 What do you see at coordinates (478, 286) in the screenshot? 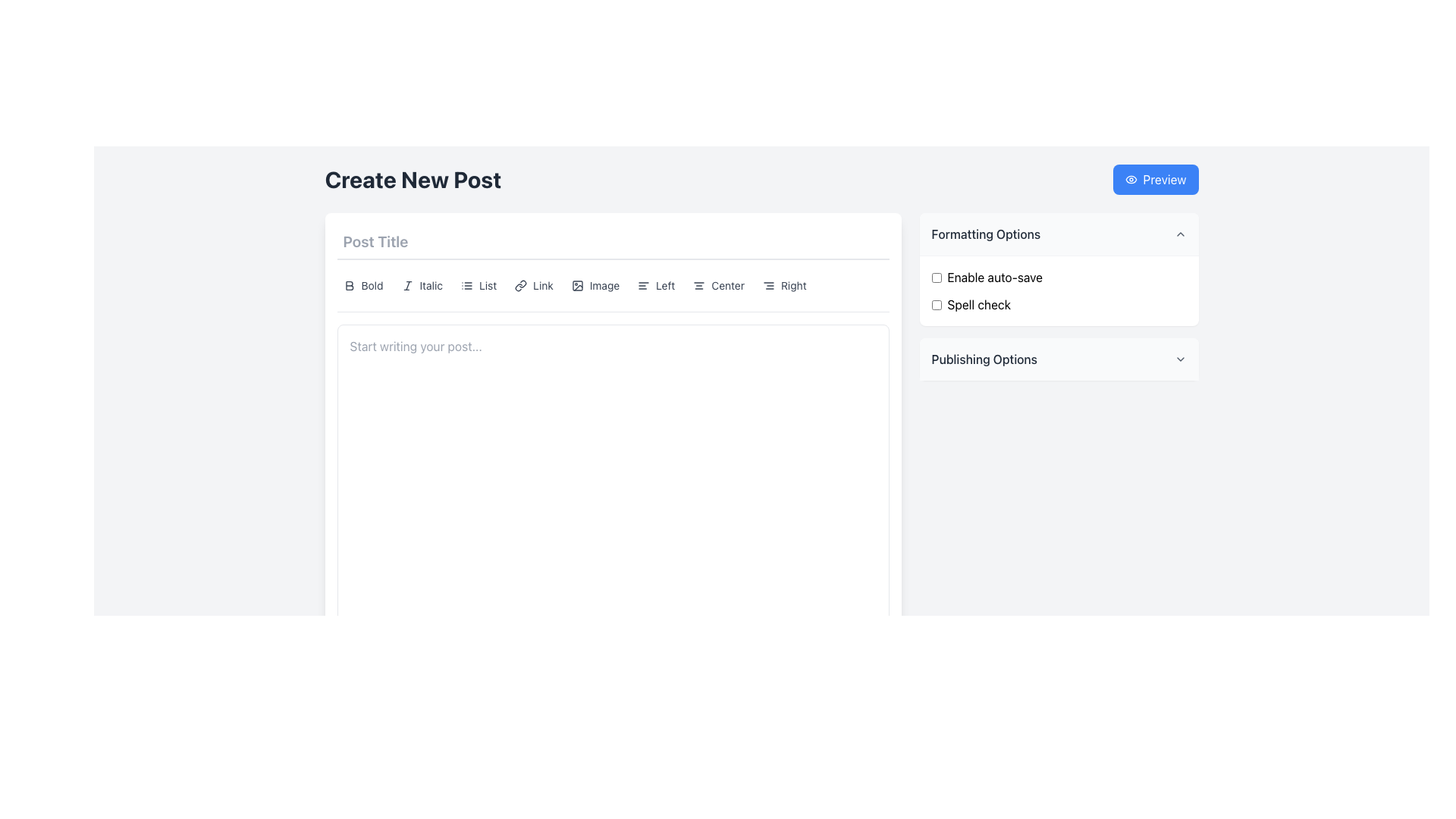
I see `the 'List' button in the toolbar, which is styled with a gray icon and text` at bounding box center [478, 286].